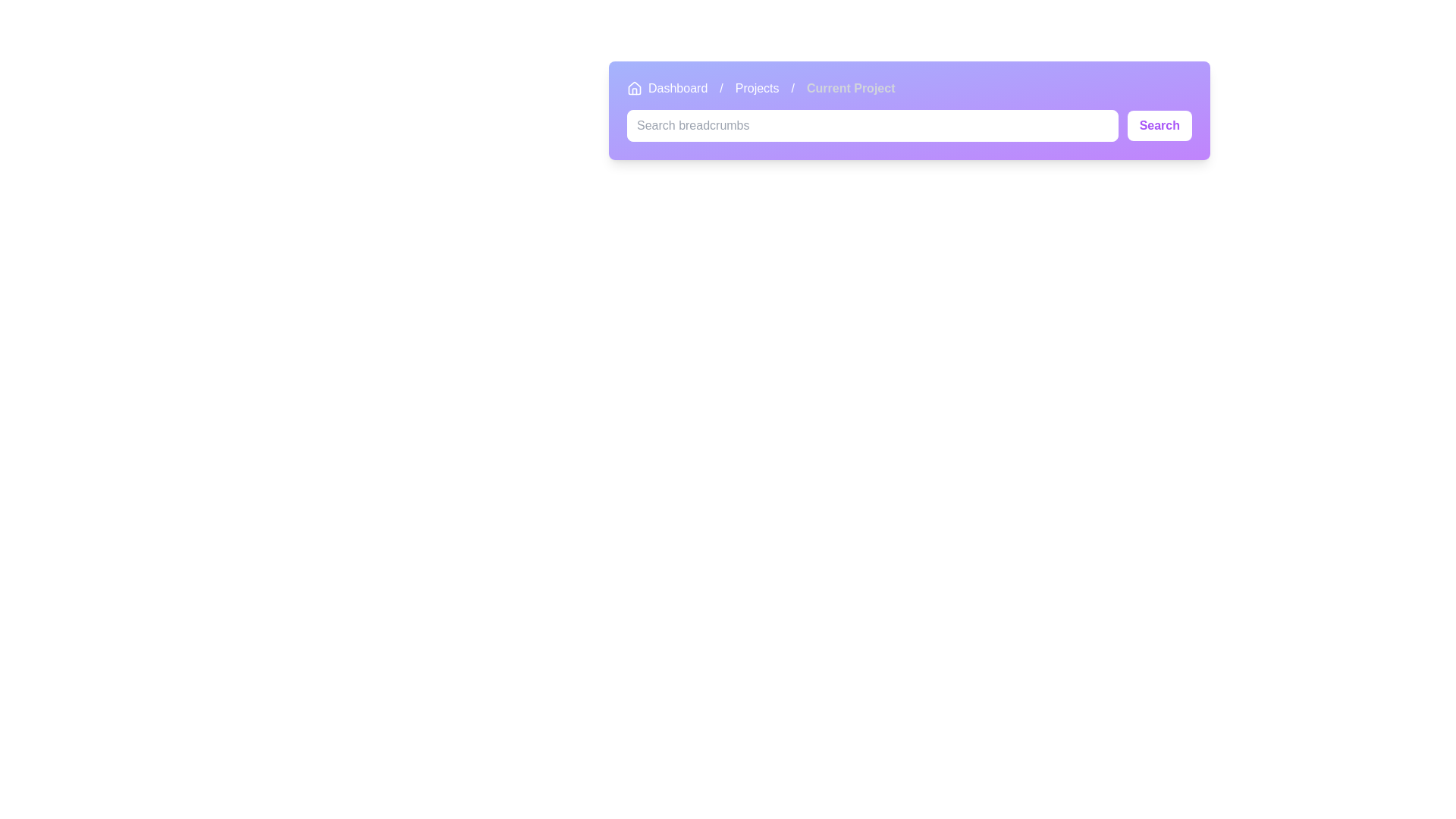  What do you see at coordinates (1159, 124) in the screenshot?
I see `the 'Search' button with rounded corners, white background, and purple text to change its background color to a lighter shade of purple` at bounding box center [1159, 124].